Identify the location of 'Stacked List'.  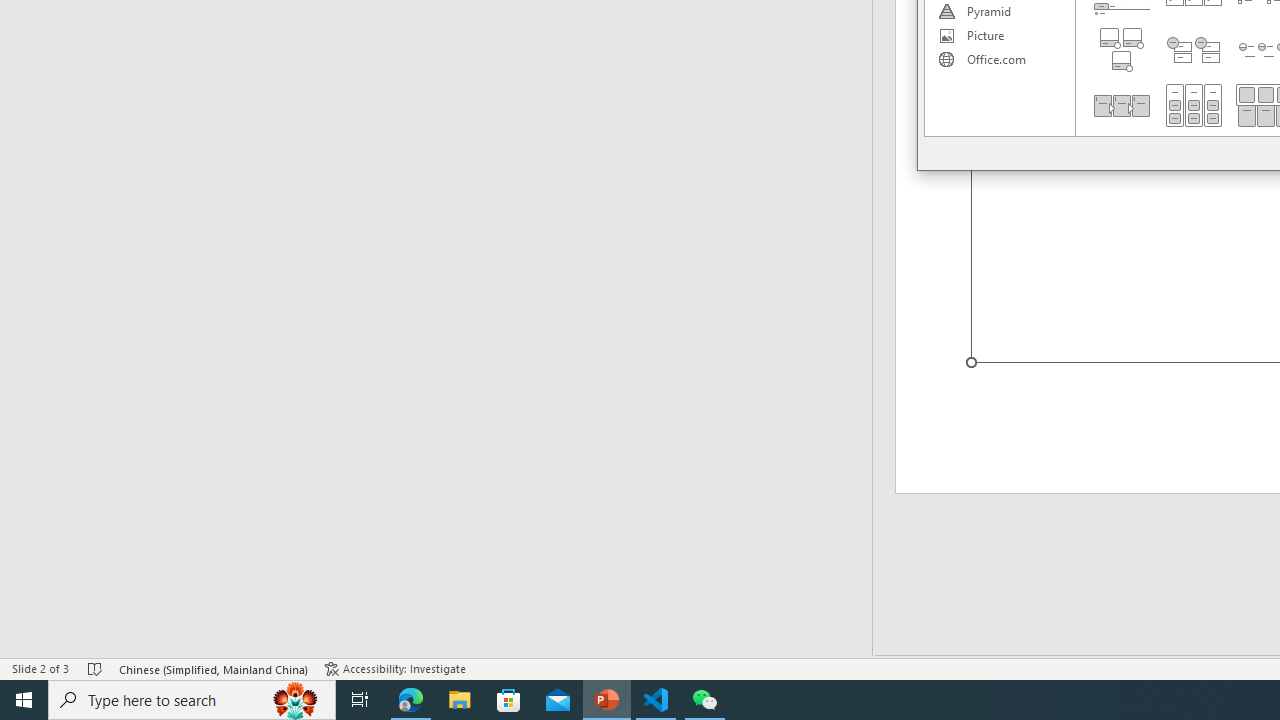
(1194, 49).